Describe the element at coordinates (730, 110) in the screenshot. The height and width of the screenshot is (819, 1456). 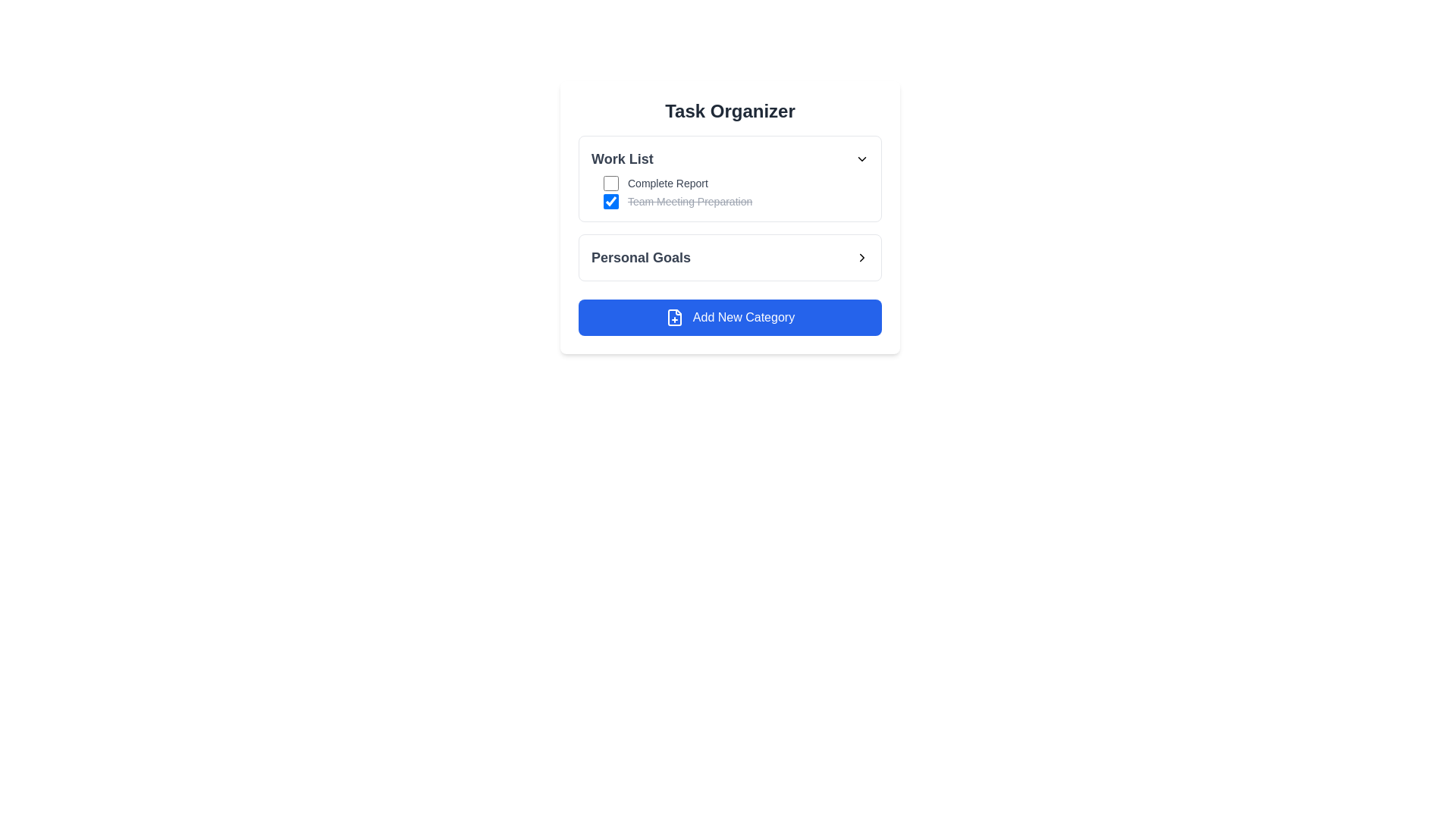
I see `the main title or heading element located at the top section of the card layout, which serves as a clear identifier for the section's purpose` at that location.